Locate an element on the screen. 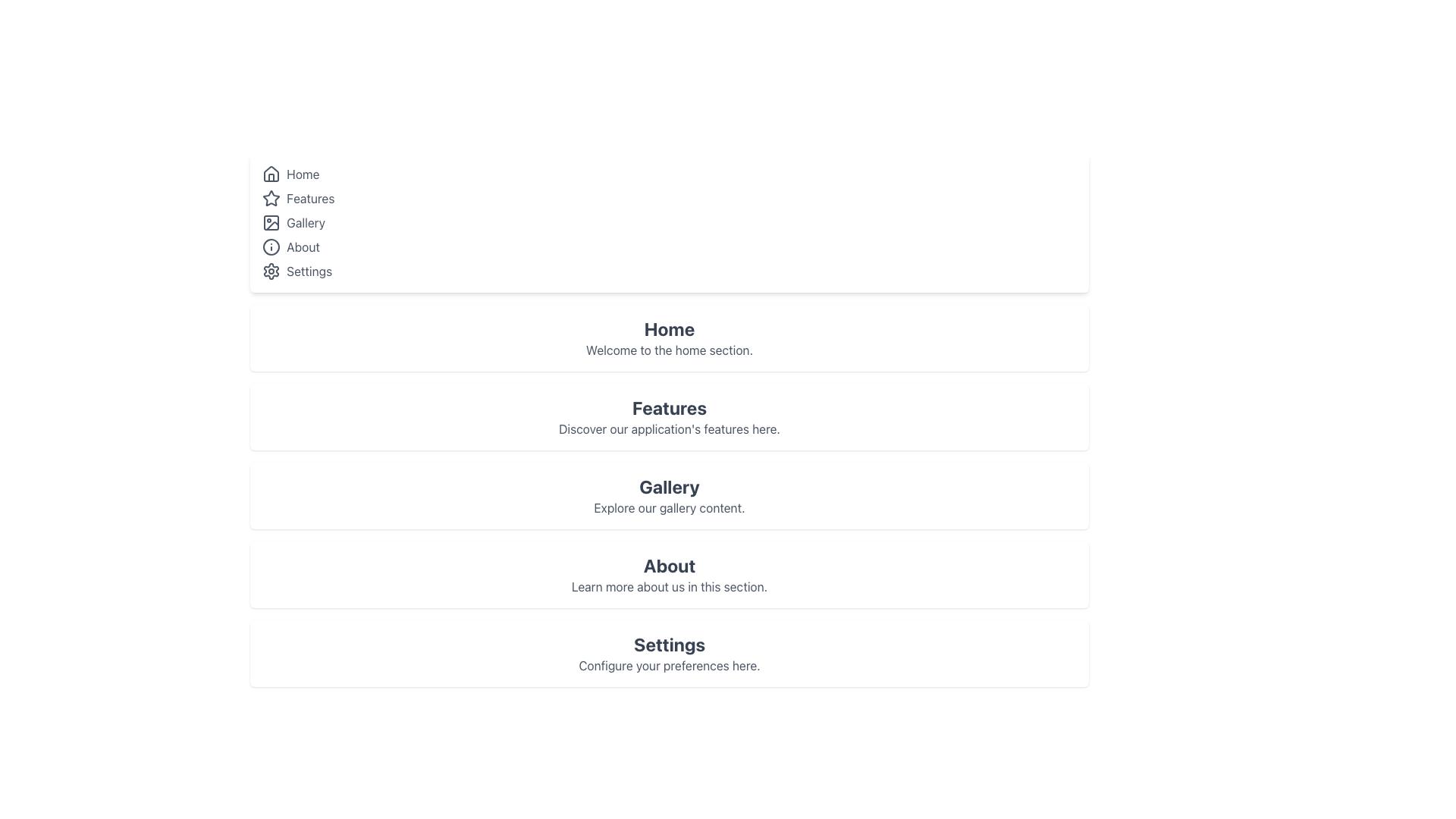  the Text Label that welcomes users to the home section, positioned below the bolded title 'Home' is located at coordinates (669, 350).